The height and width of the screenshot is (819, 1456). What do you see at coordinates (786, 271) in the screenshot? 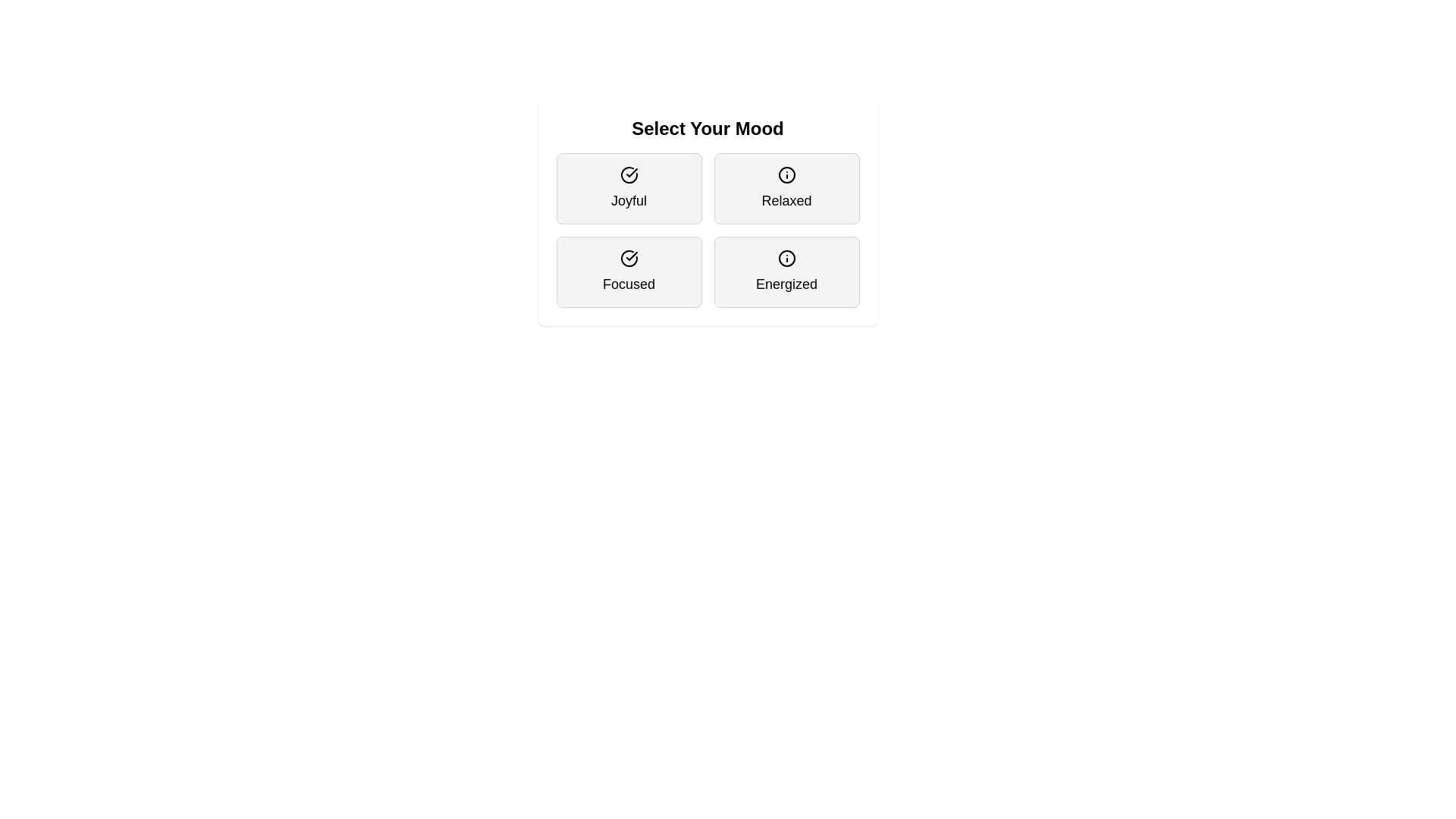
I see `the mood Energized by clicking on its corresponding button` at bounding box center [786, 271].